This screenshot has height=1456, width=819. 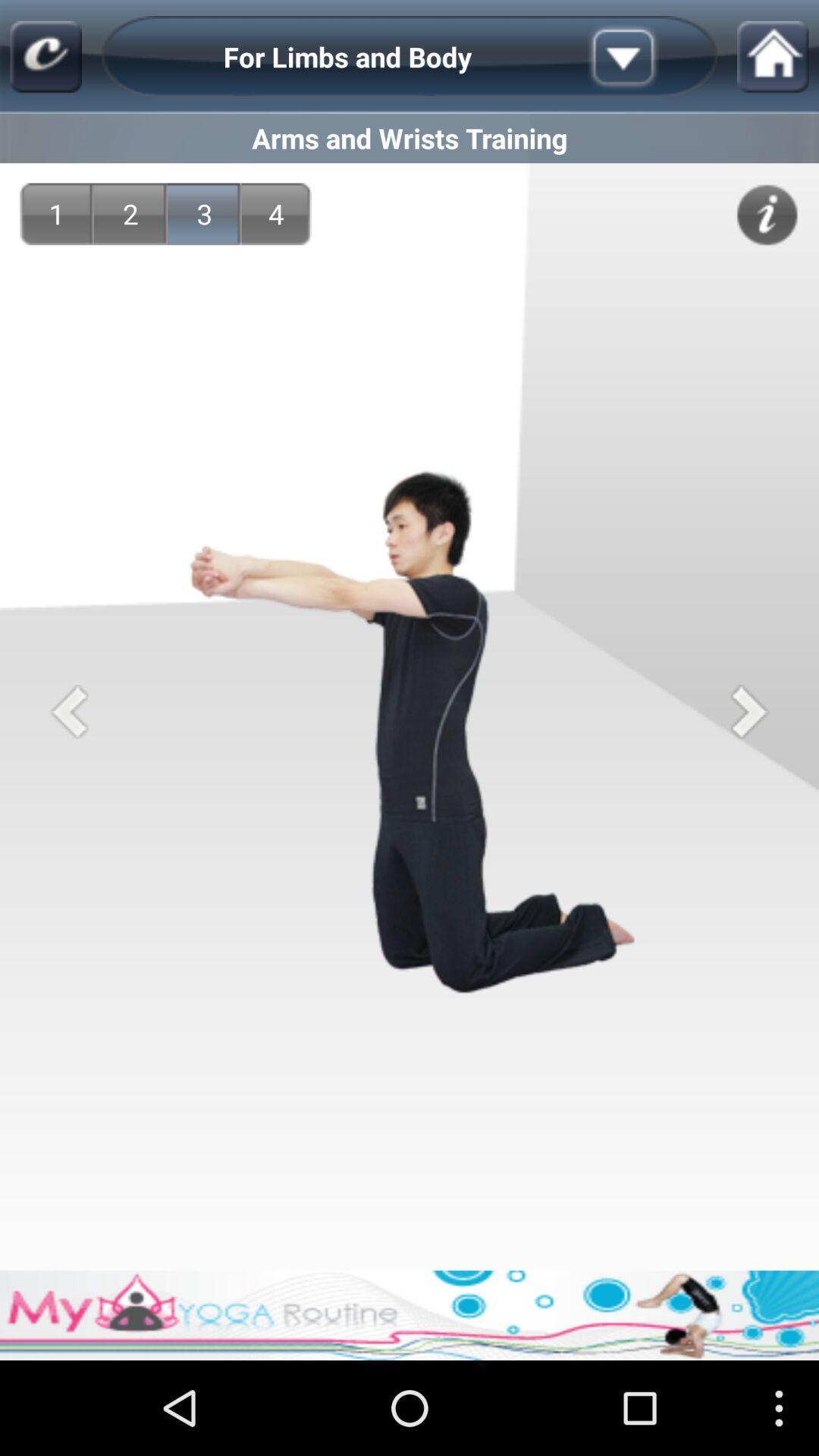 I want to click on item above arms and wrists item, so click(x=773, y=57).